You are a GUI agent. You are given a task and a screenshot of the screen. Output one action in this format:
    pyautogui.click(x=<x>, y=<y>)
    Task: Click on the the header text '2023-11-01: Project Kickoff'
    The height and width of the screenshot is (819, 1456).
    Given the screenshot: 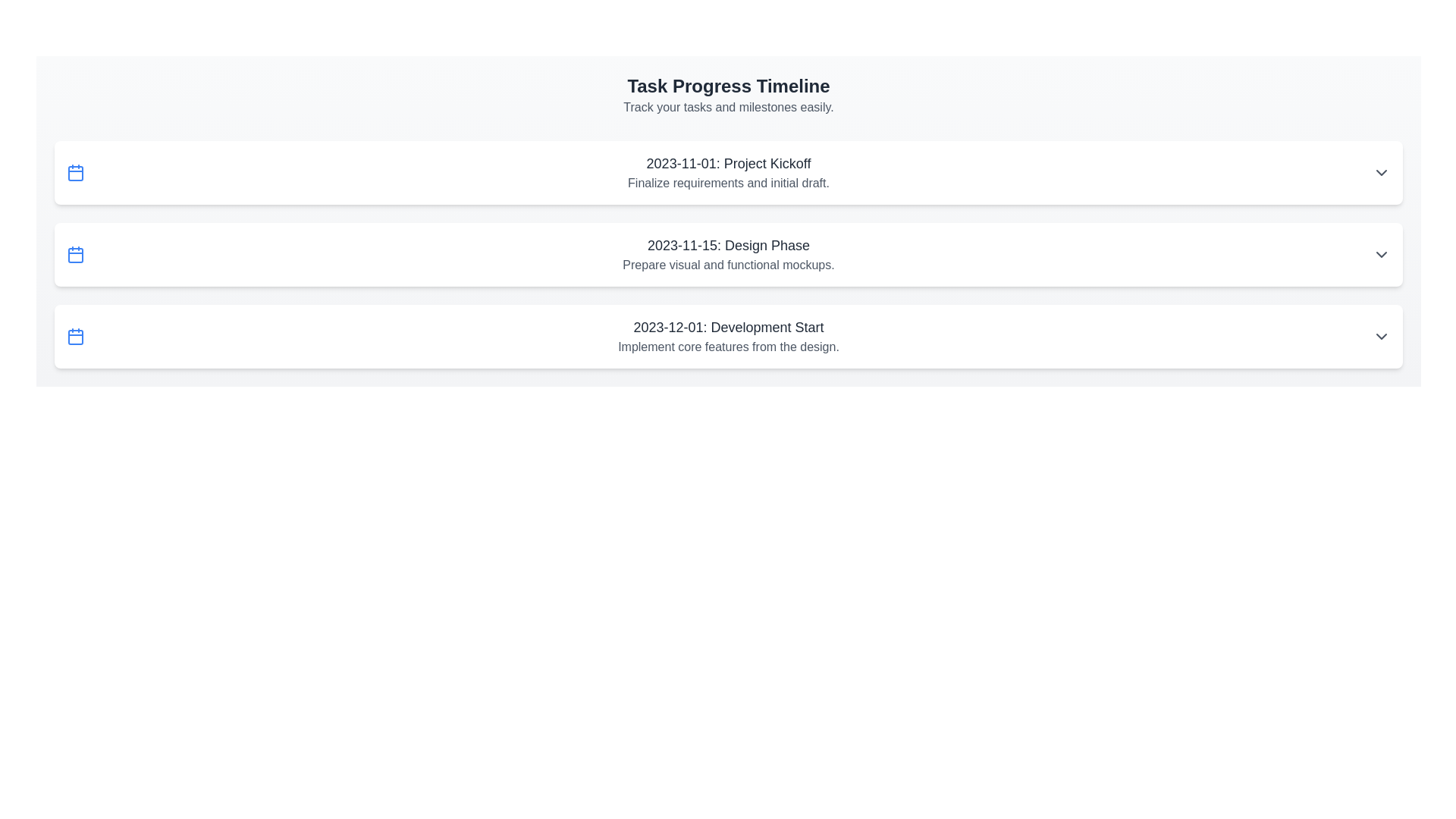 What is the action you would take?
    pyautogui.click(x=728, y=164)
    